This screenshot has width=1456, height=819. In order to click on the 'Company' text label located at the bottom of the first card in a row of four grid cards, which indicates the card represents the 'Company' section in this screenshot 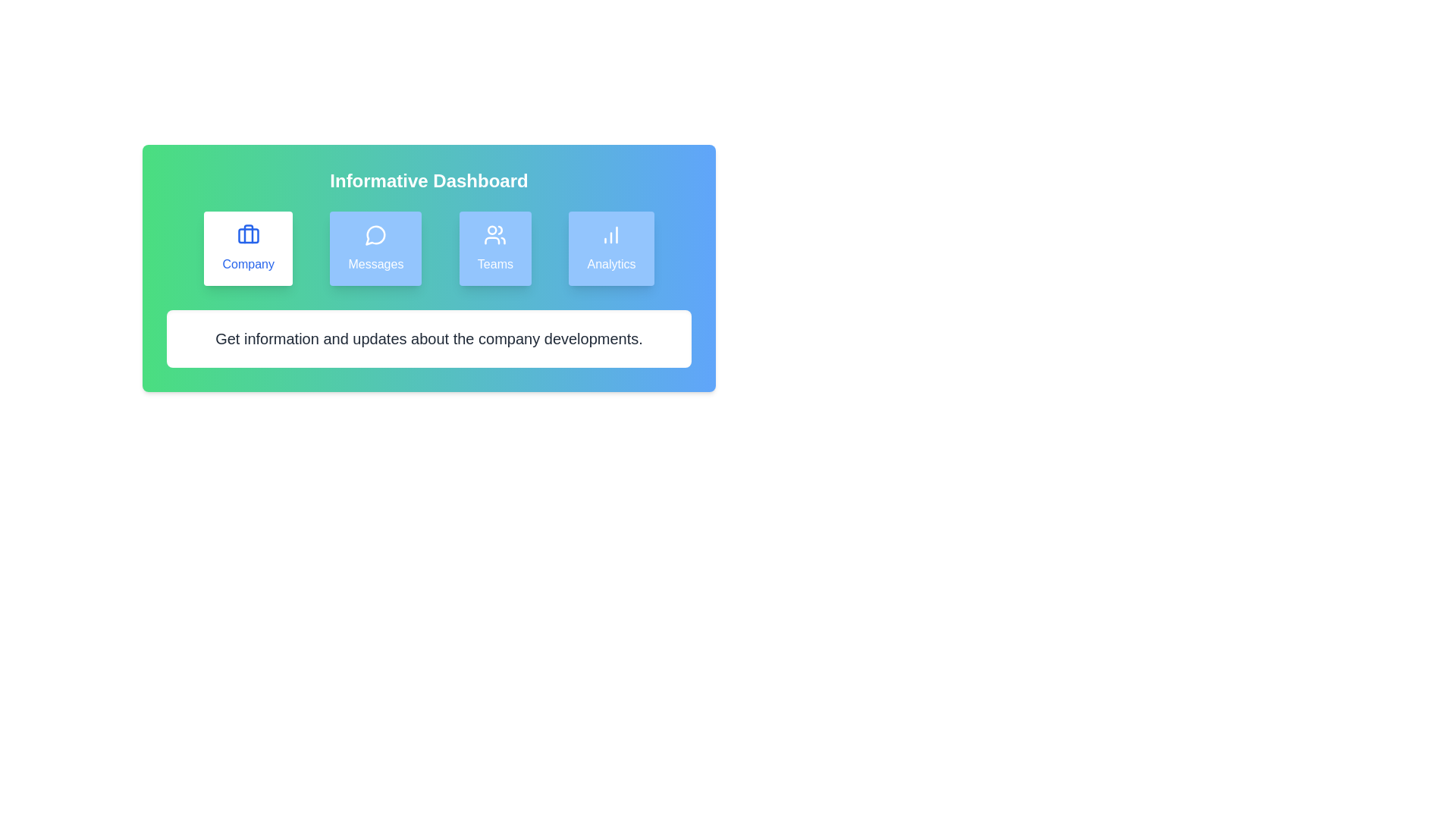, I will do `click(248, 263)`.